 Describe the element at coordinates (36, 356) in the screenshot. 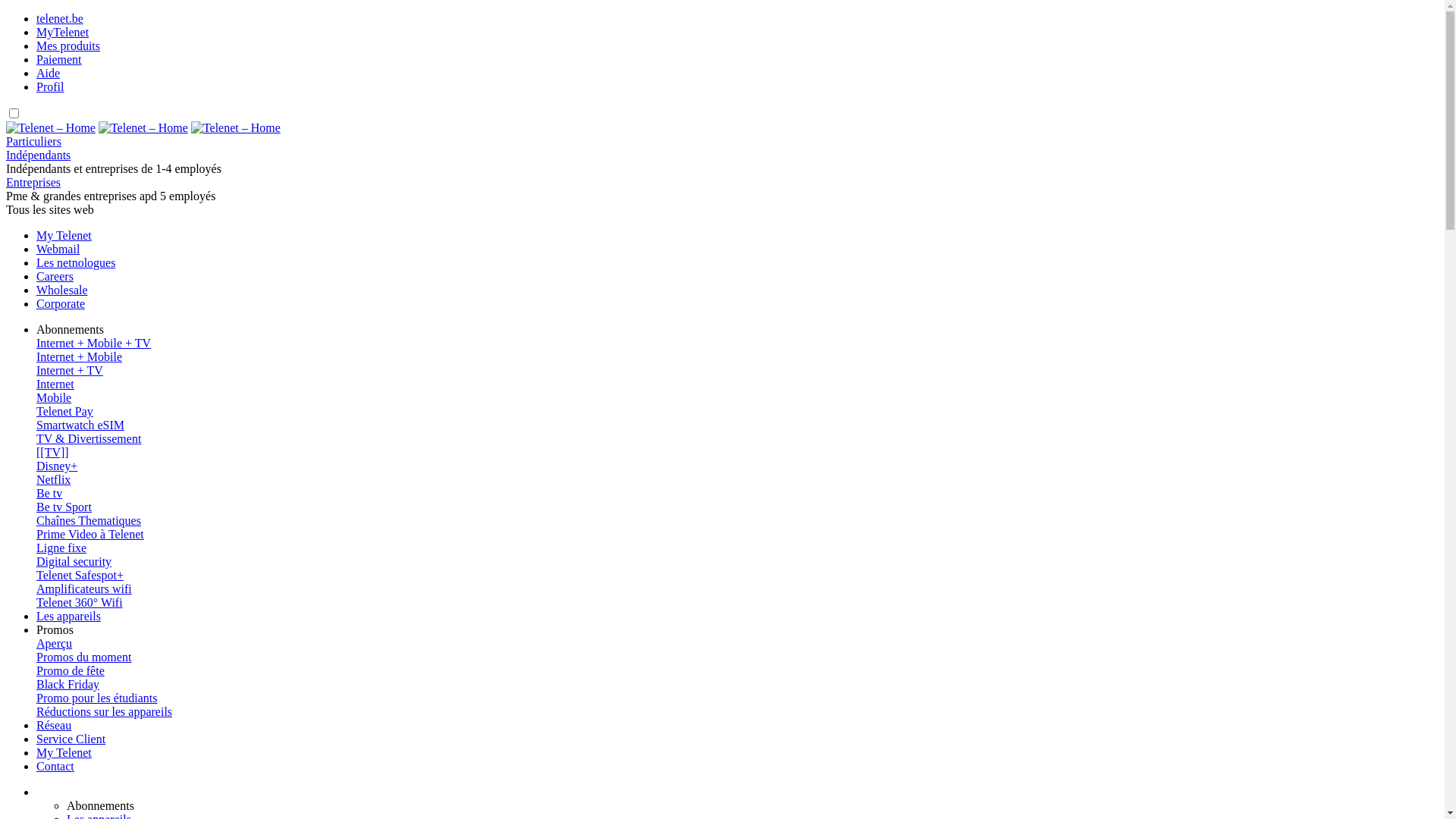

I see `'Internet + Mobile'` at that location.